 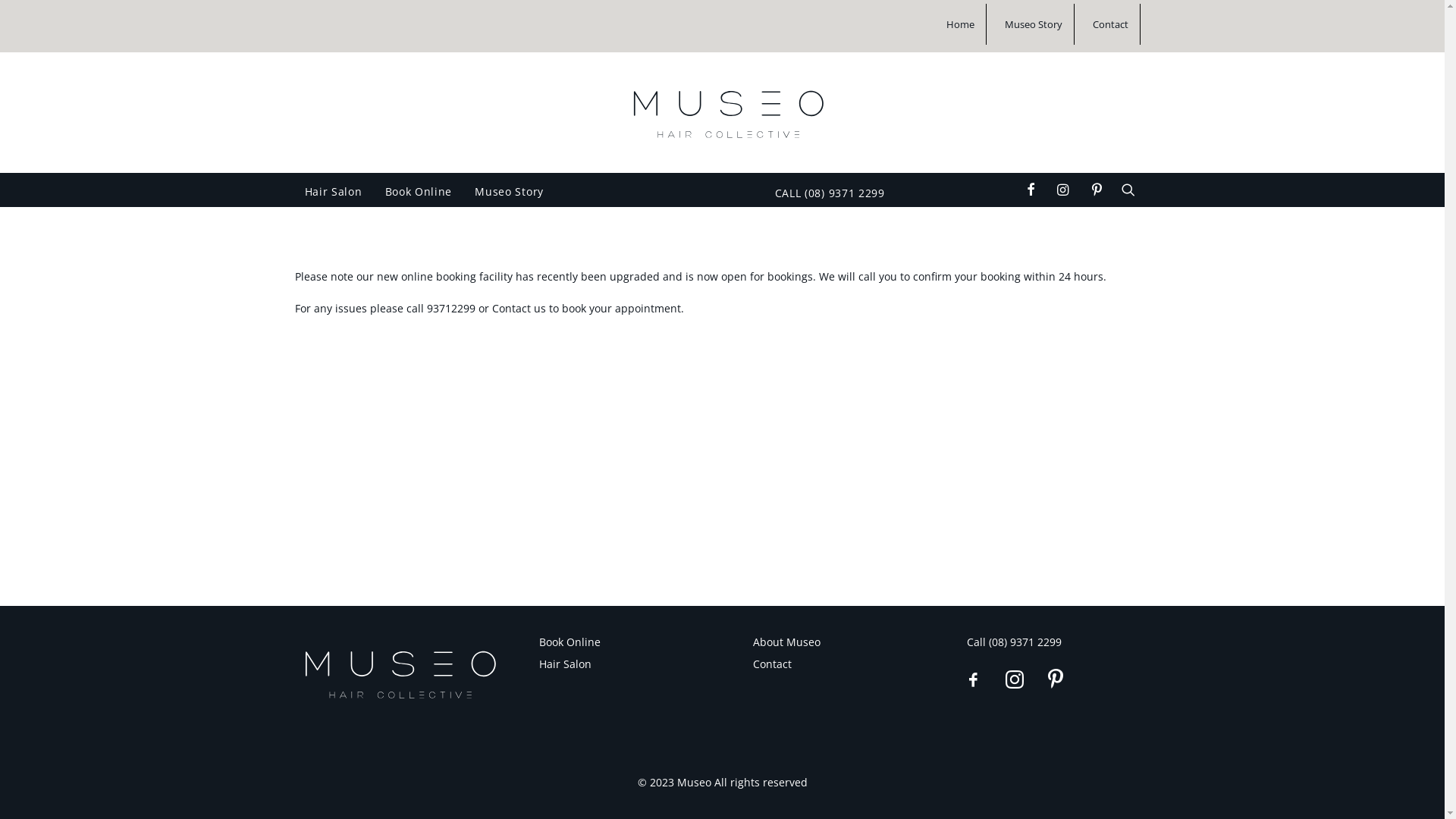 What do you see at coordinates (563, 663) in the screenshot?
I see `'Hair Salon'` at bounding box center [563, 663].